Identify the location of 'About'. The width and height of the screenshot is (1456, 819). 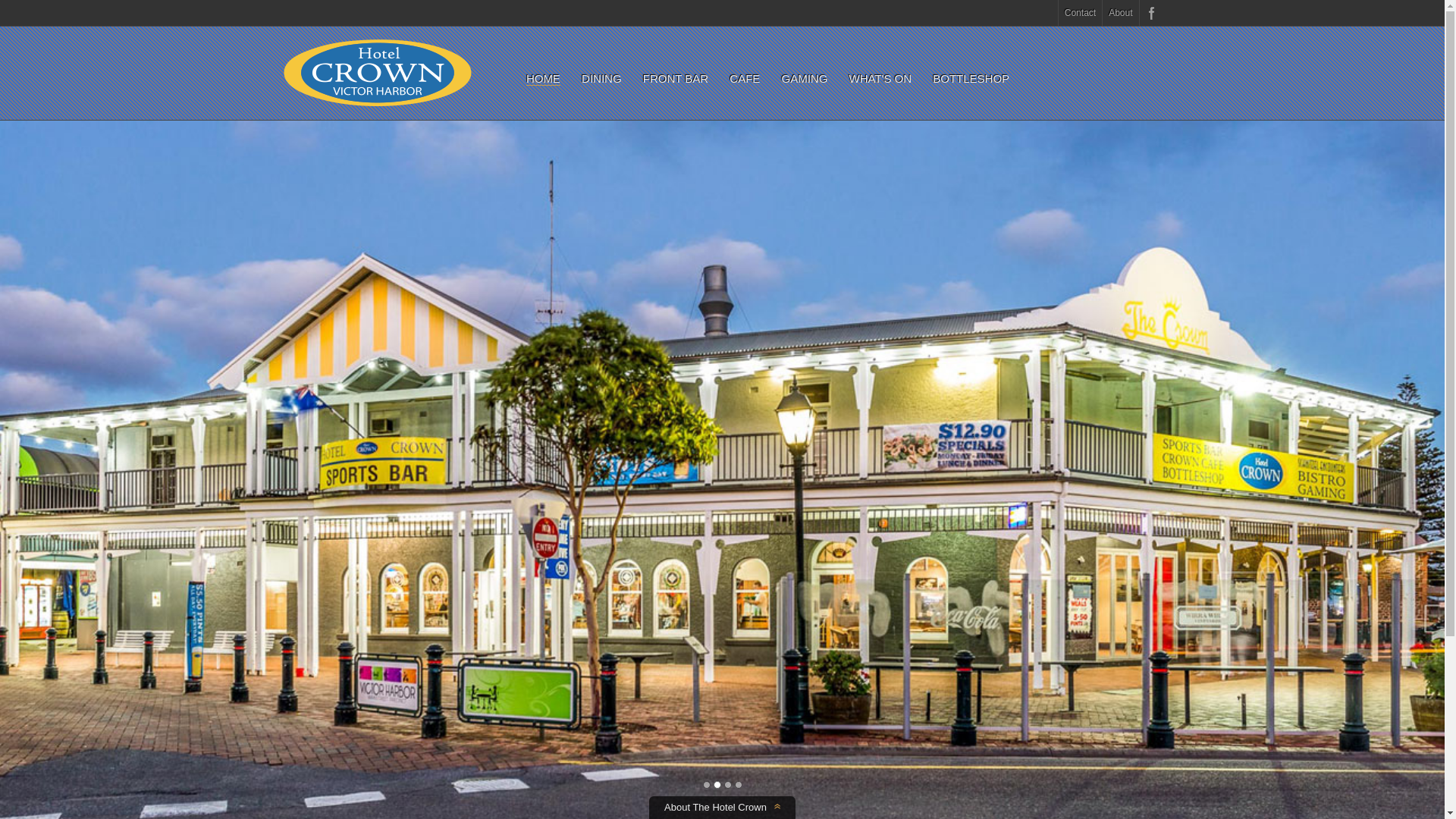
(1103, 12).